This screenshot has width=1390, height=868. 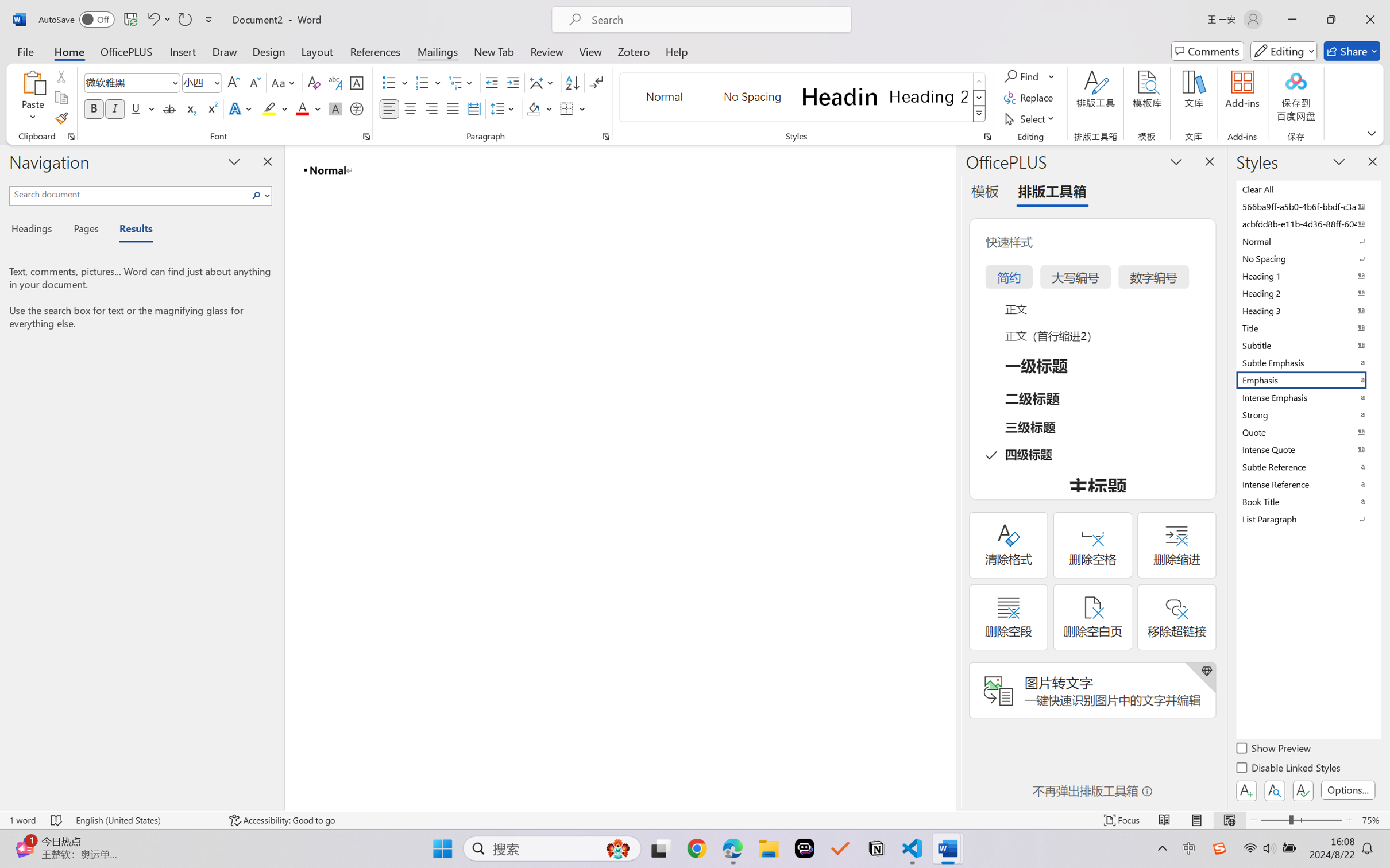 I want to click on 'Paste', so click(x=33, y=82).